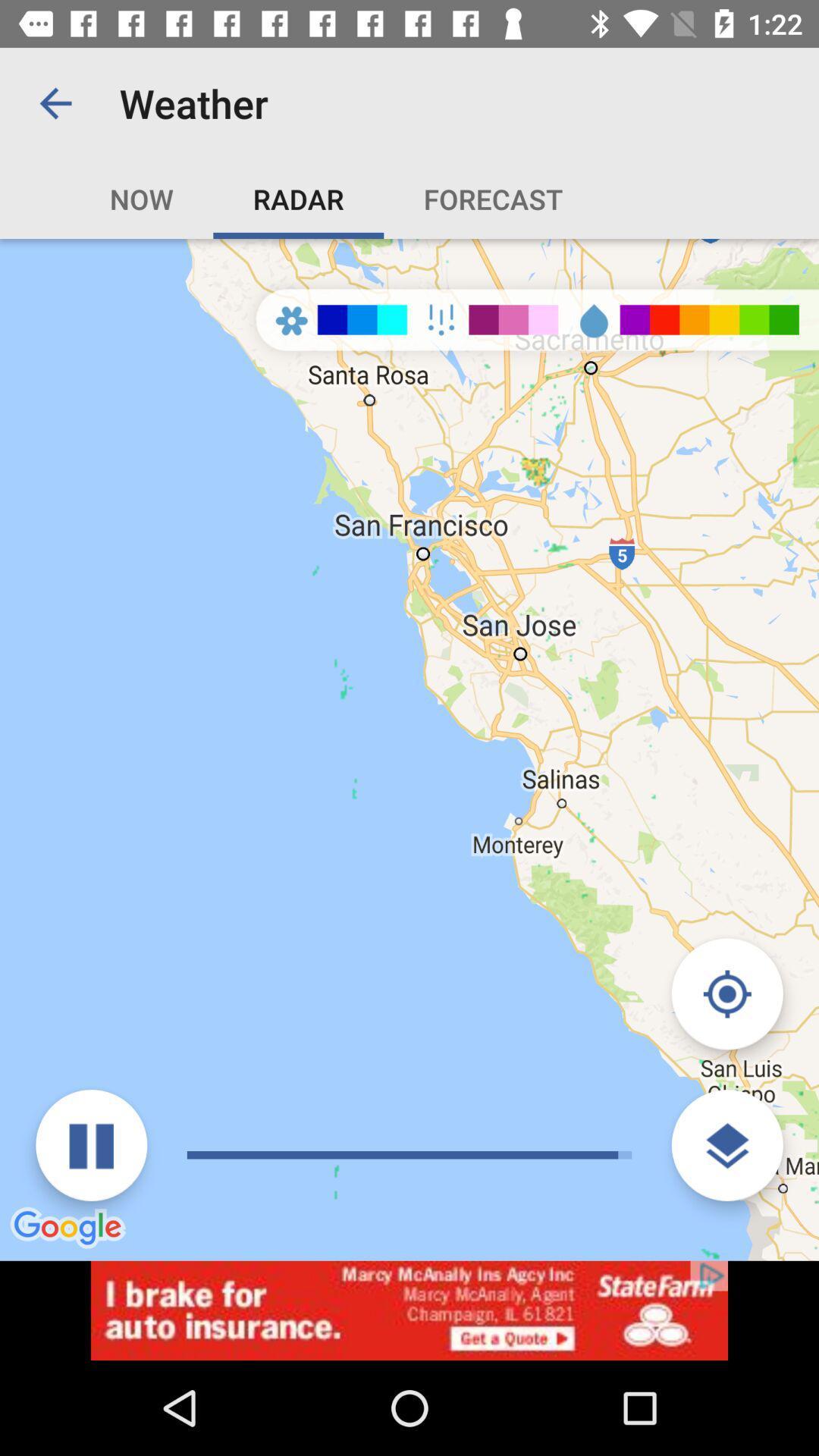 This screenshot has width=819, height=1456. I want to click on the layers icon, so click(726, 1145).